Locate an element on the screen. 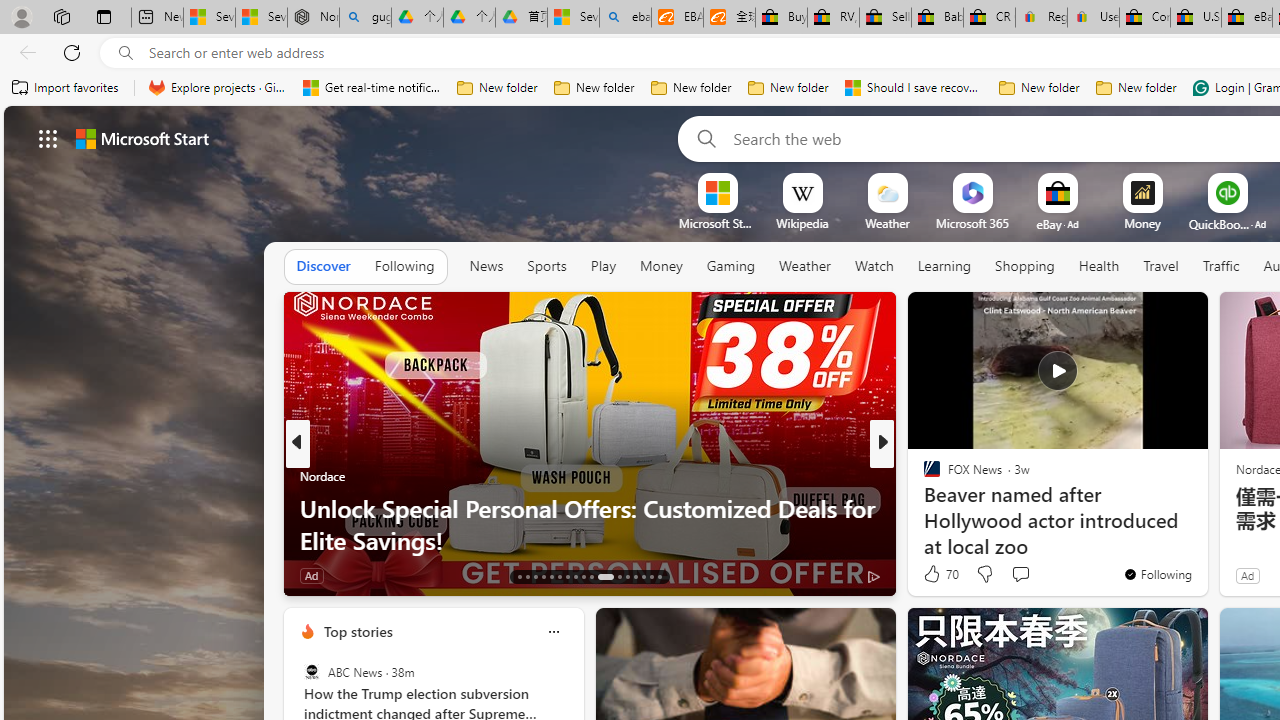  'You' is located at coordinates (1157, 573).